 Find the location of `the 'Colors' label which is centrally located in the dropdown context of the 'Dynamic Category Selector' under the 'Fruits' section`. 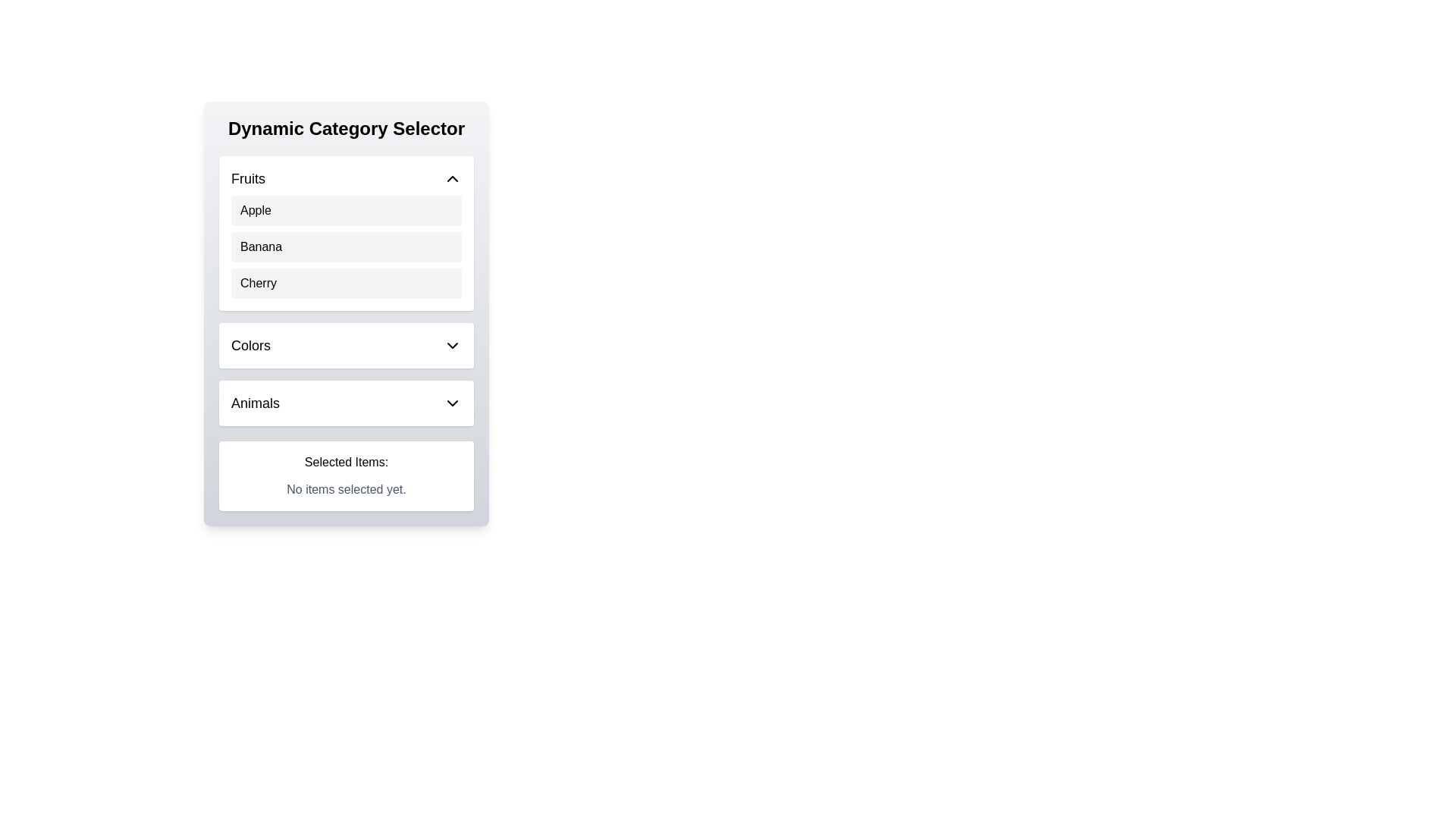

the 'Colors' label which is centrally located in the dropdown context of the 'Dynamic Category Selector' under the 'Fruits' section is located at coordinates (251, 345).